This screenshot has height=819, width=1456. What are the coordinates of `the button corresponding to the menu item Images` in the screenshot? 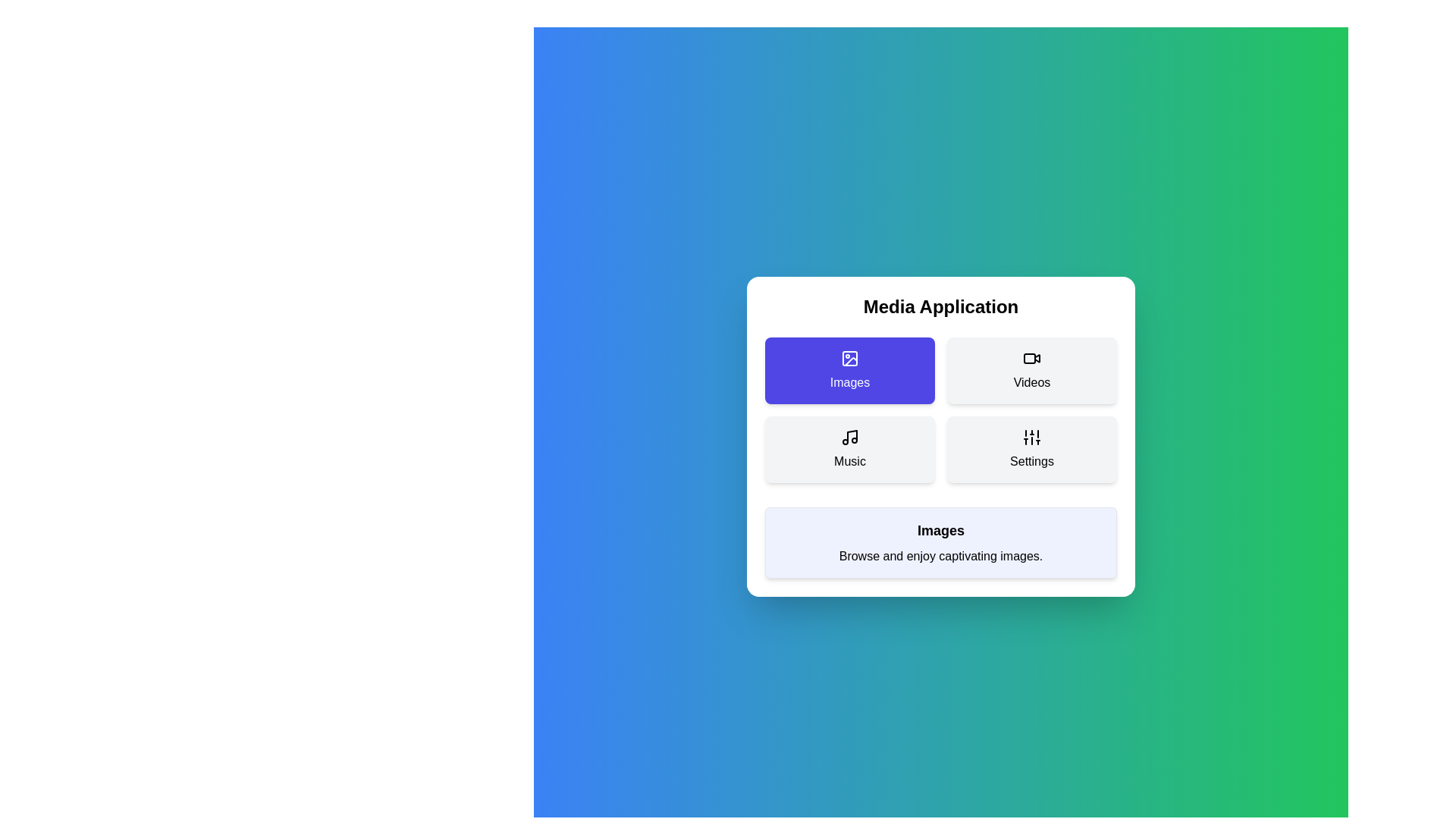 It's located at (850, 371).